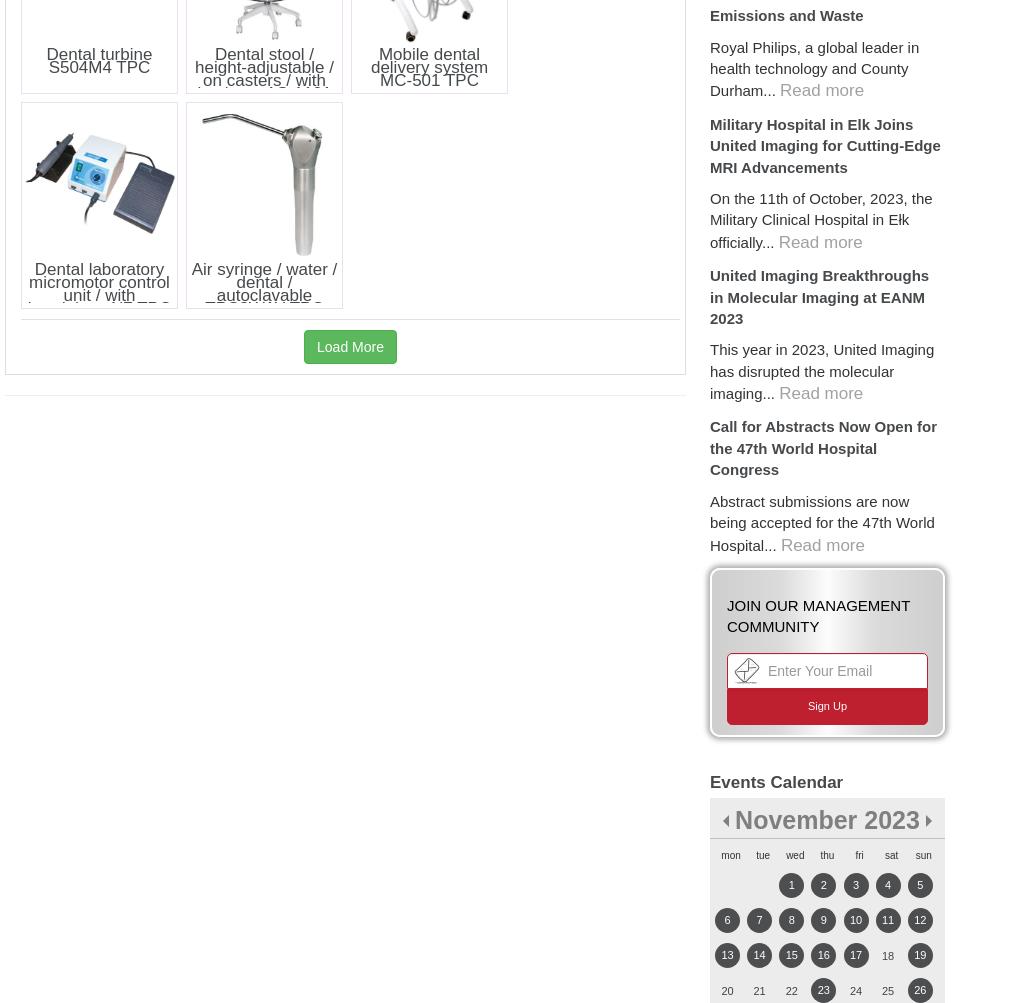  I want to click on 'Military Hospital in Elk Joins United Imaging for Cutting-Edge MRI Advancements', so click(824, 144).